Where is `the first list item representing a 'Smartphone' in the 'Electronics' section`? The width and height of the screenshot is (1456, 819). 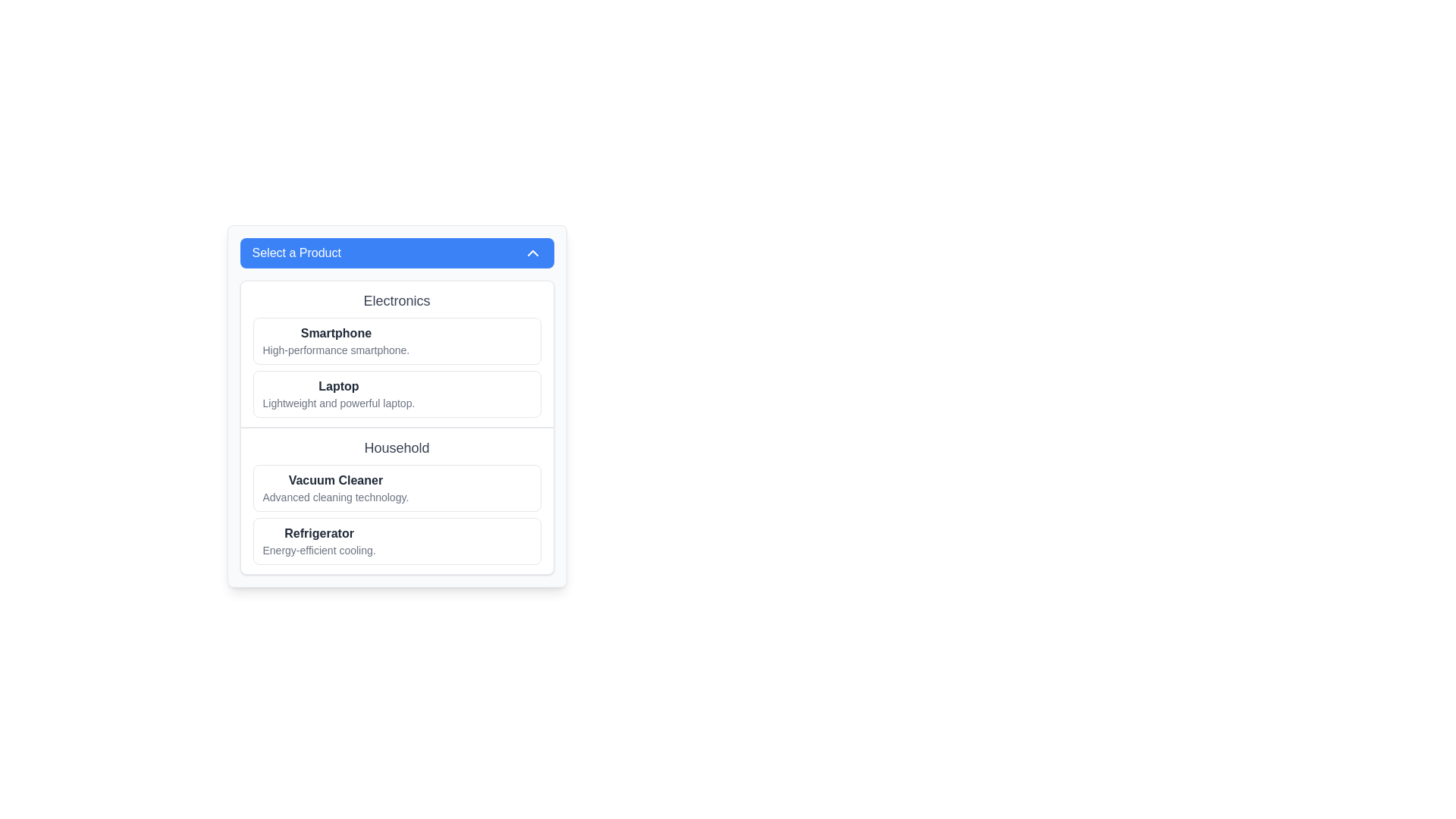
the first list item representing a 'Smartphone' in the 'Electronics' section is located at coordinates (335, 341).